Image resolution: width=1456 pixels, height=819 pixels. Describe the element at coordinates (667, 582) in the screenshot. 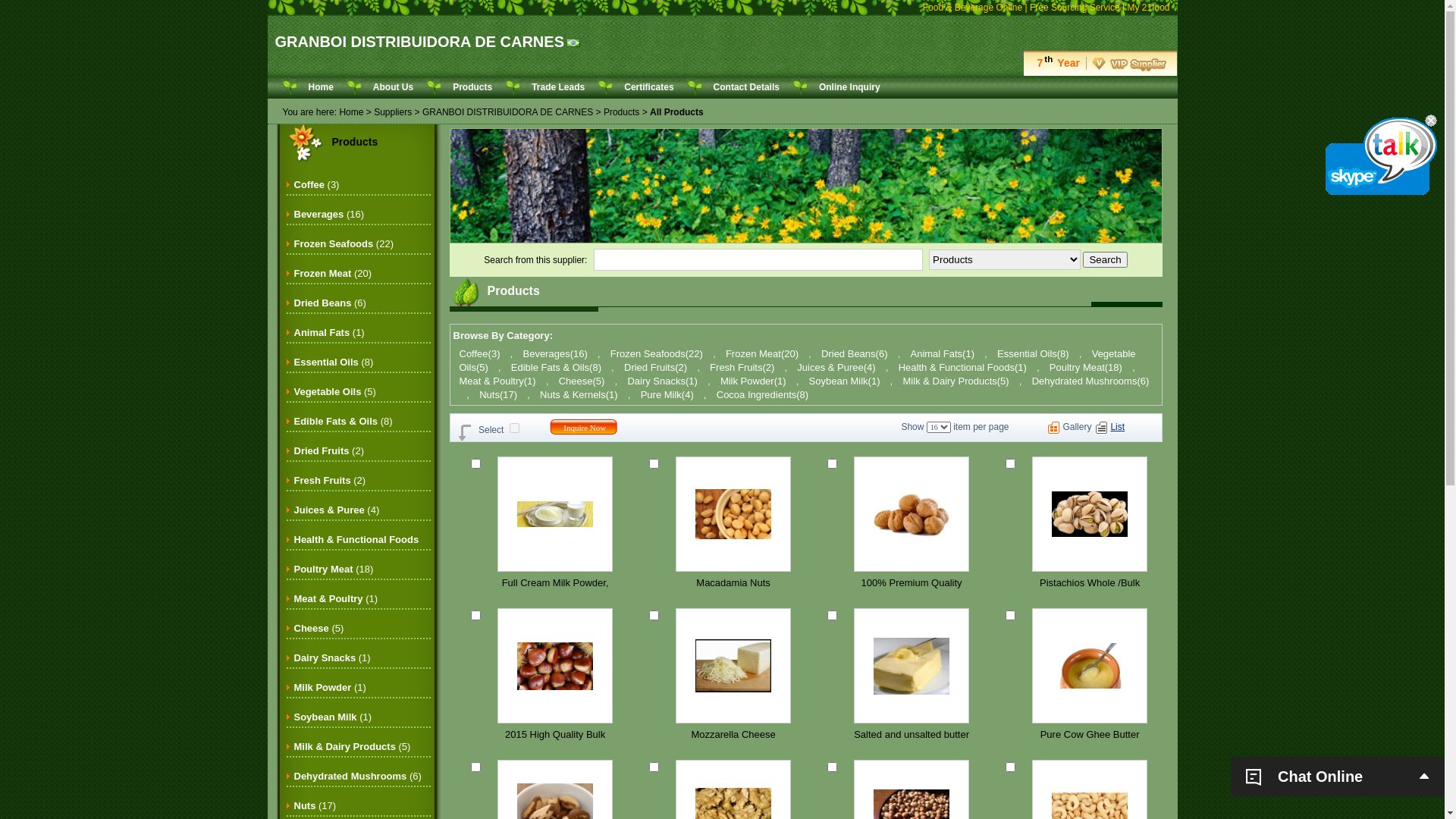

I see `'Macadamia Nuts'` at that location.